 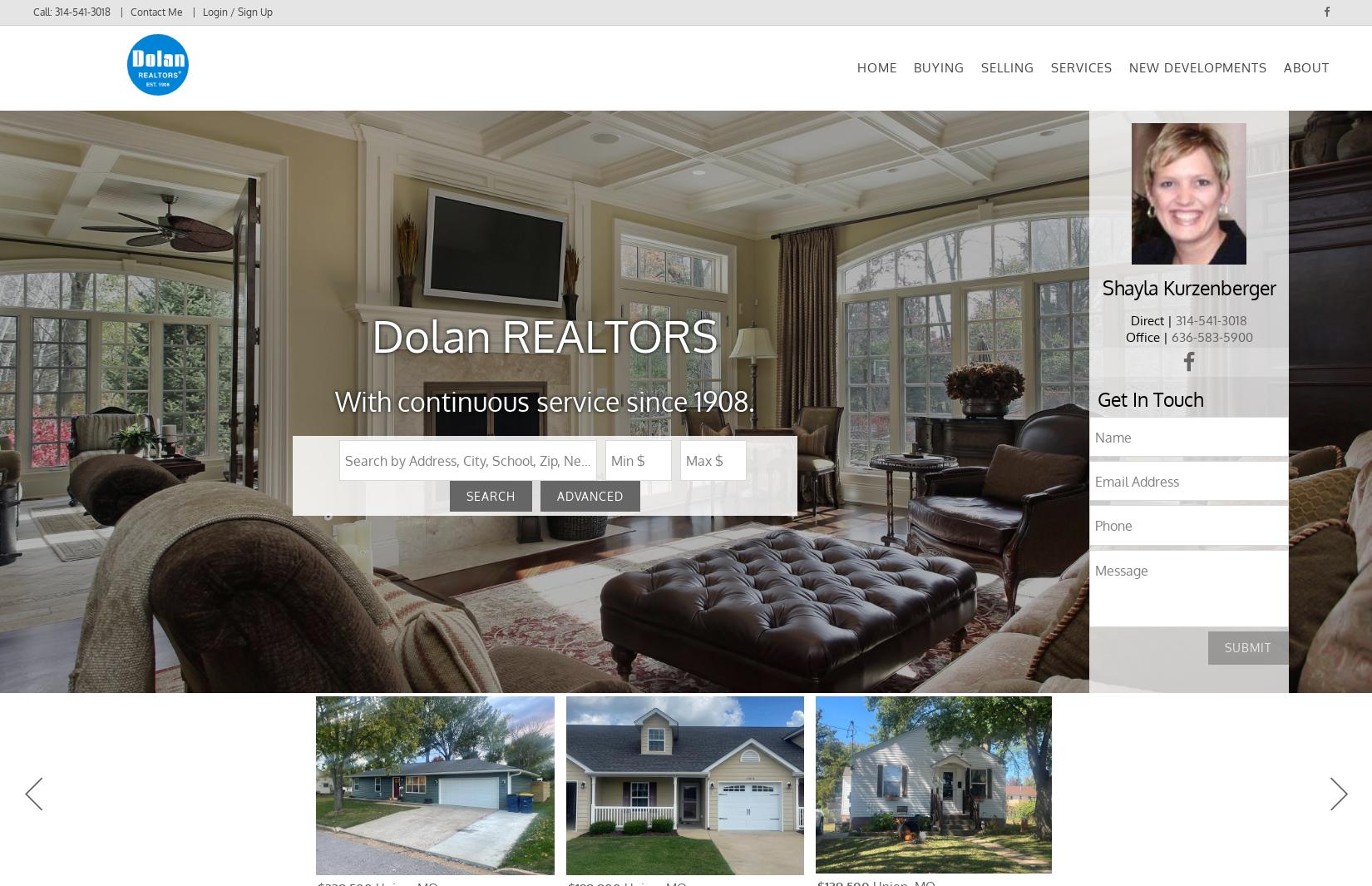 I want to click on 'Kurzenberger', so click(x=1162, y=308).